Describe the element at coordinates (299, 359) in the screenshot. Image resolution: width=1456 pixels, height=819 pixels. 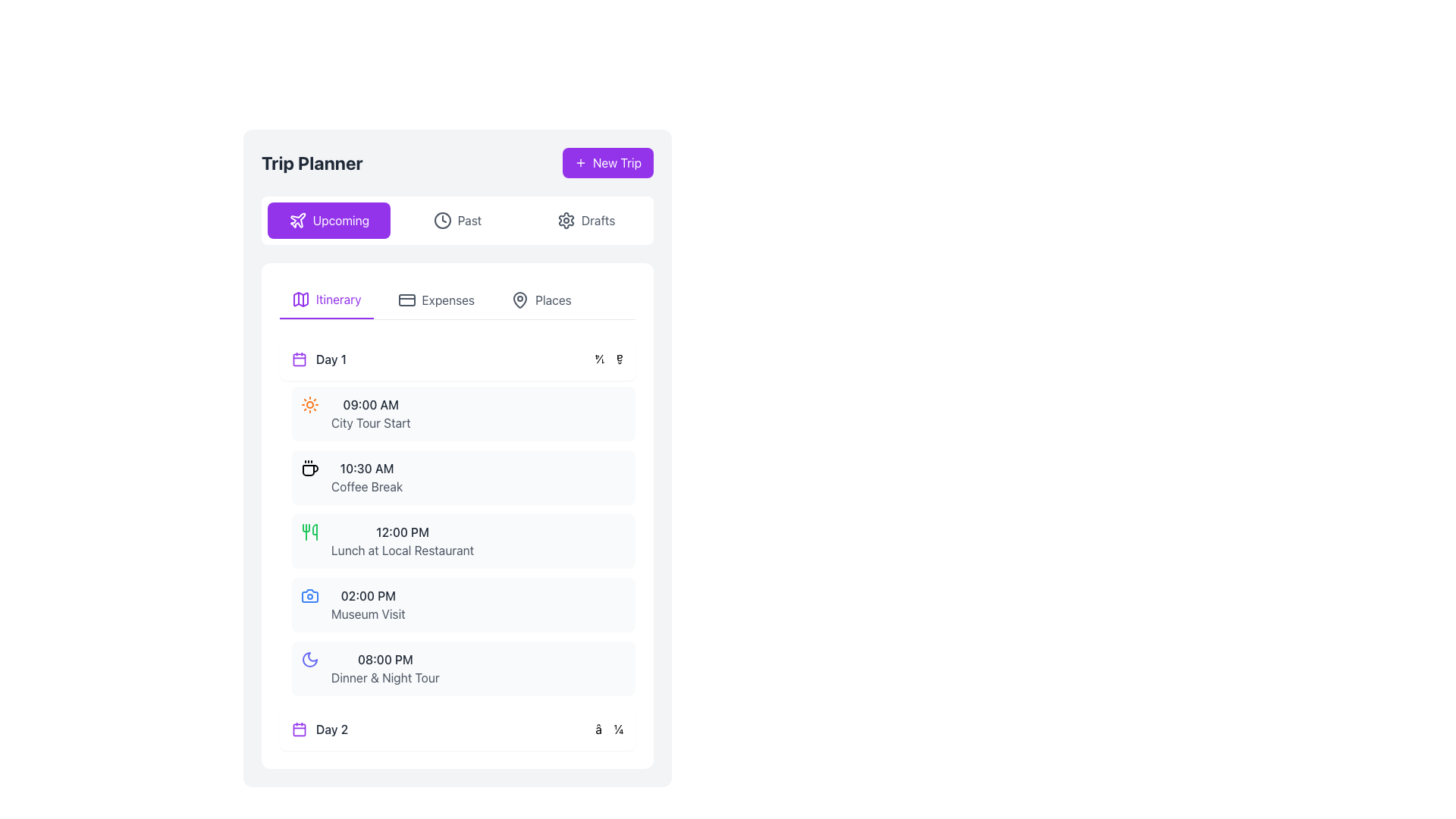
I see `the calendar icon located to the left of the text 'Day 1' in the itinerary section for reference` at that location.